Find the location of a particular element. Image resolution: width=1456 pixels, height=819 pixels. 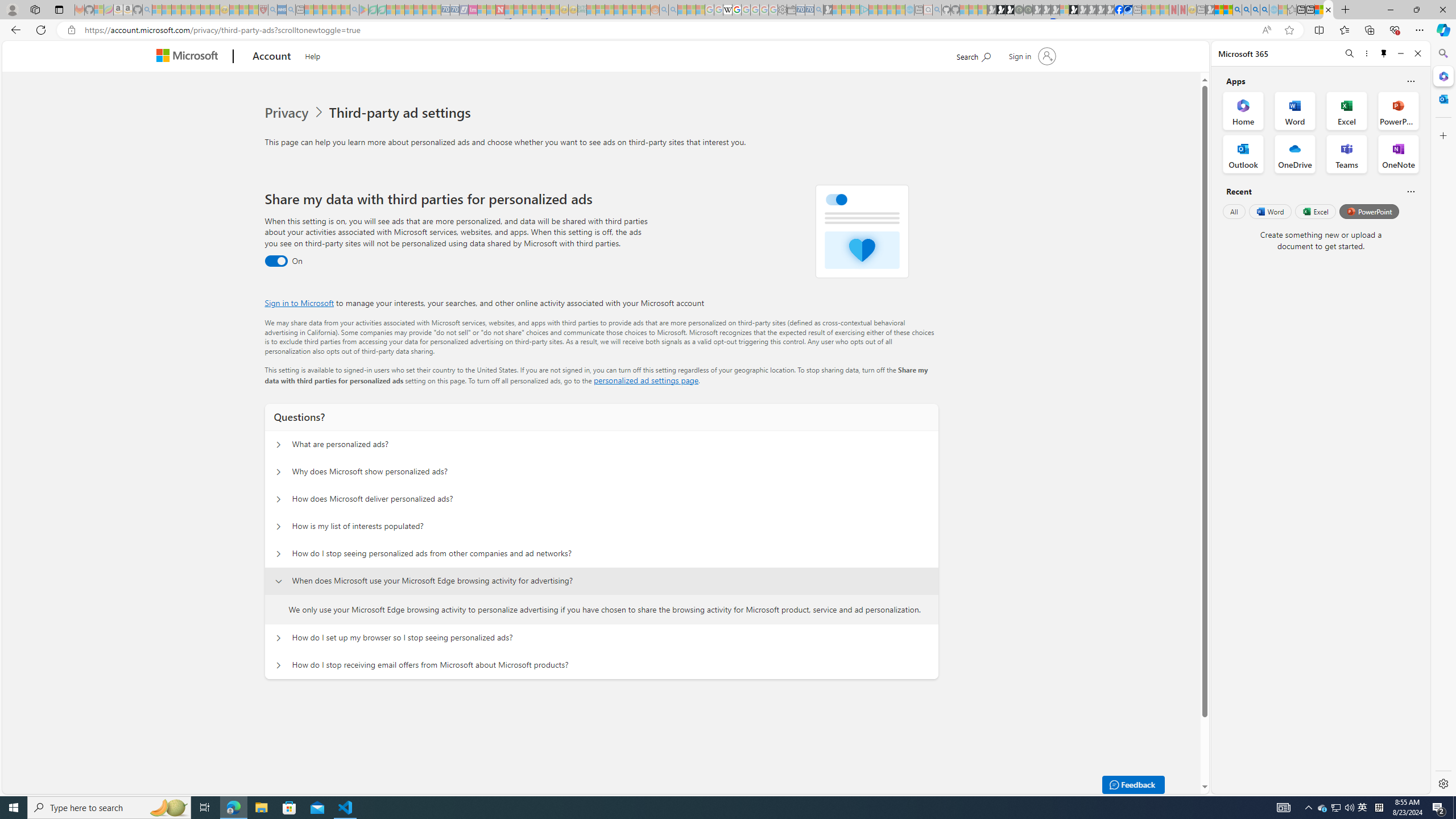

'Jobs - lastminute.com Investor Portal - Sleeping' is located at coordinates (471, 9).